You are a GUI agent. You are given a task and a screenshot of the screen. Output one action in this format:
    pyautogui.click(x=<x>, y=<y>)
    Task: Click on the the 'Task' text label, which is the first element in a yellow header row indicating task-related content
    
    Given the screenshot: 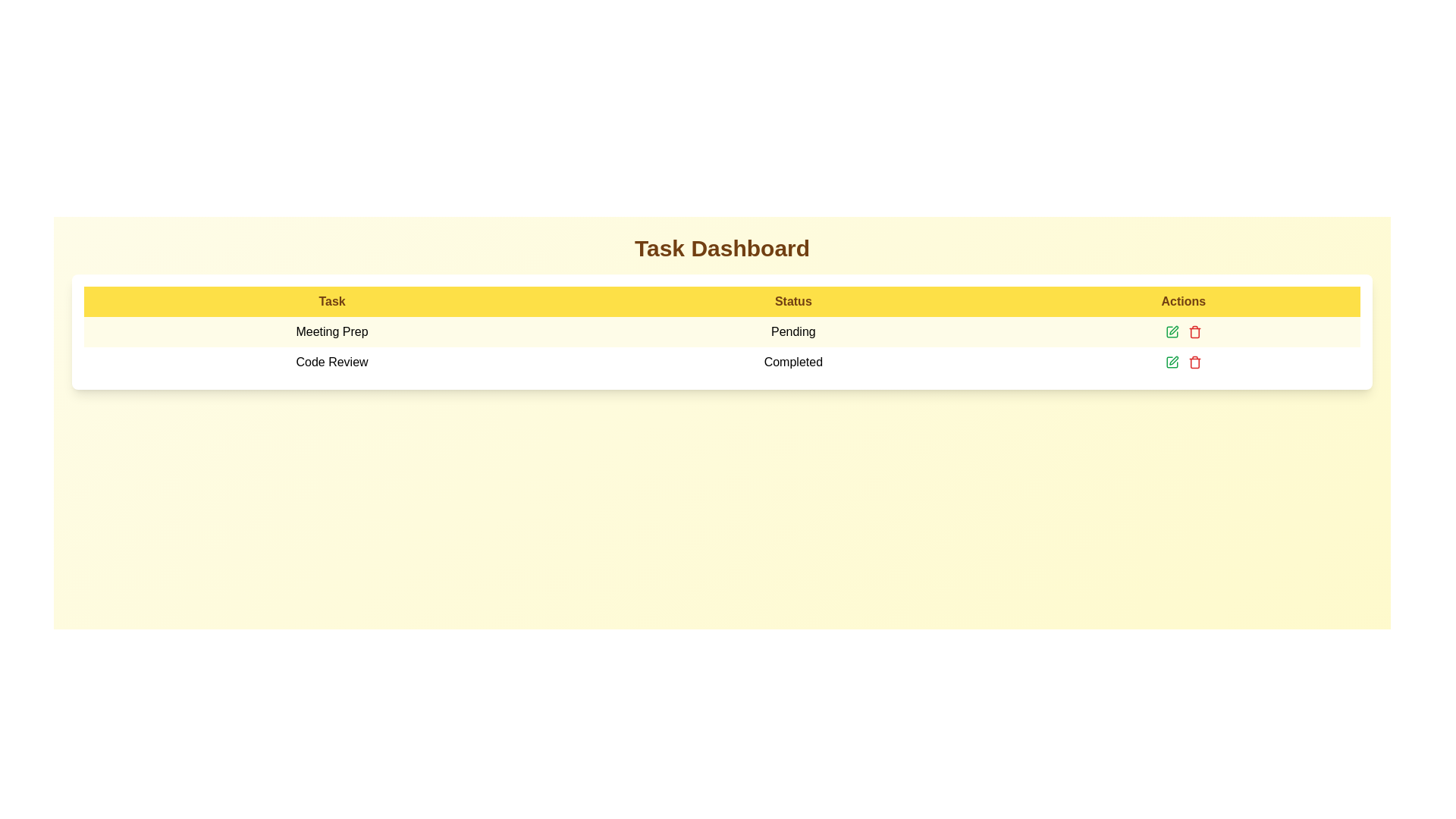 What is the action you would take?
    pyautogui.click(x=331, y=301)
    